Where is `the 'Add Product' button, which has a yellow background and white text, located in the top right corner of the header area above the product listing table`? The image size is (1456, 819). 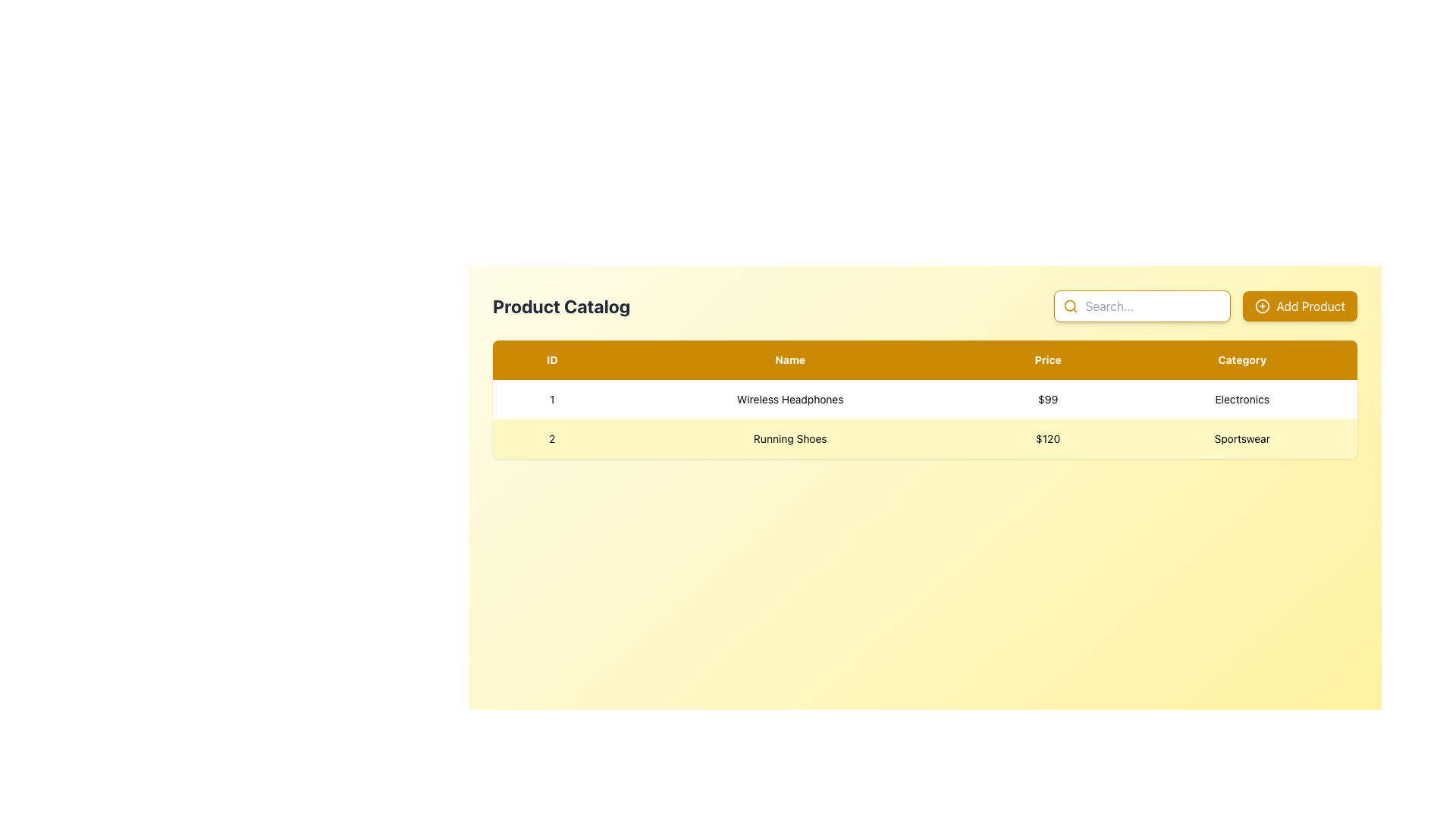
the 'Add Product' button, which has a yellow background and white text, located in the top right corner of the header area above the product listing table is located at coordinates (1298, 306).